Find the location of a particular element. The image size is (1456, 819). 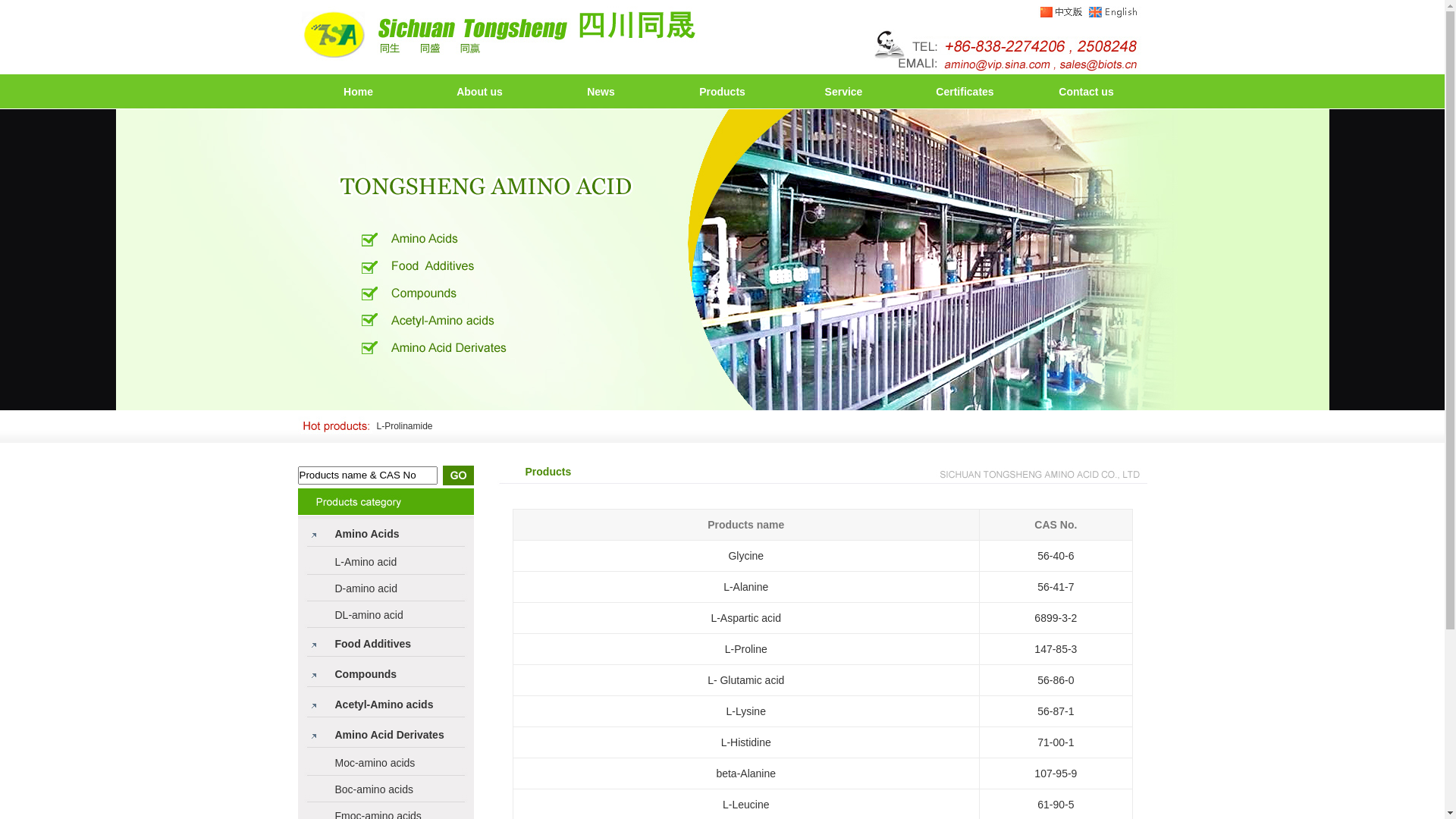

'D-amino acid' is located at coordinates (366, 587).